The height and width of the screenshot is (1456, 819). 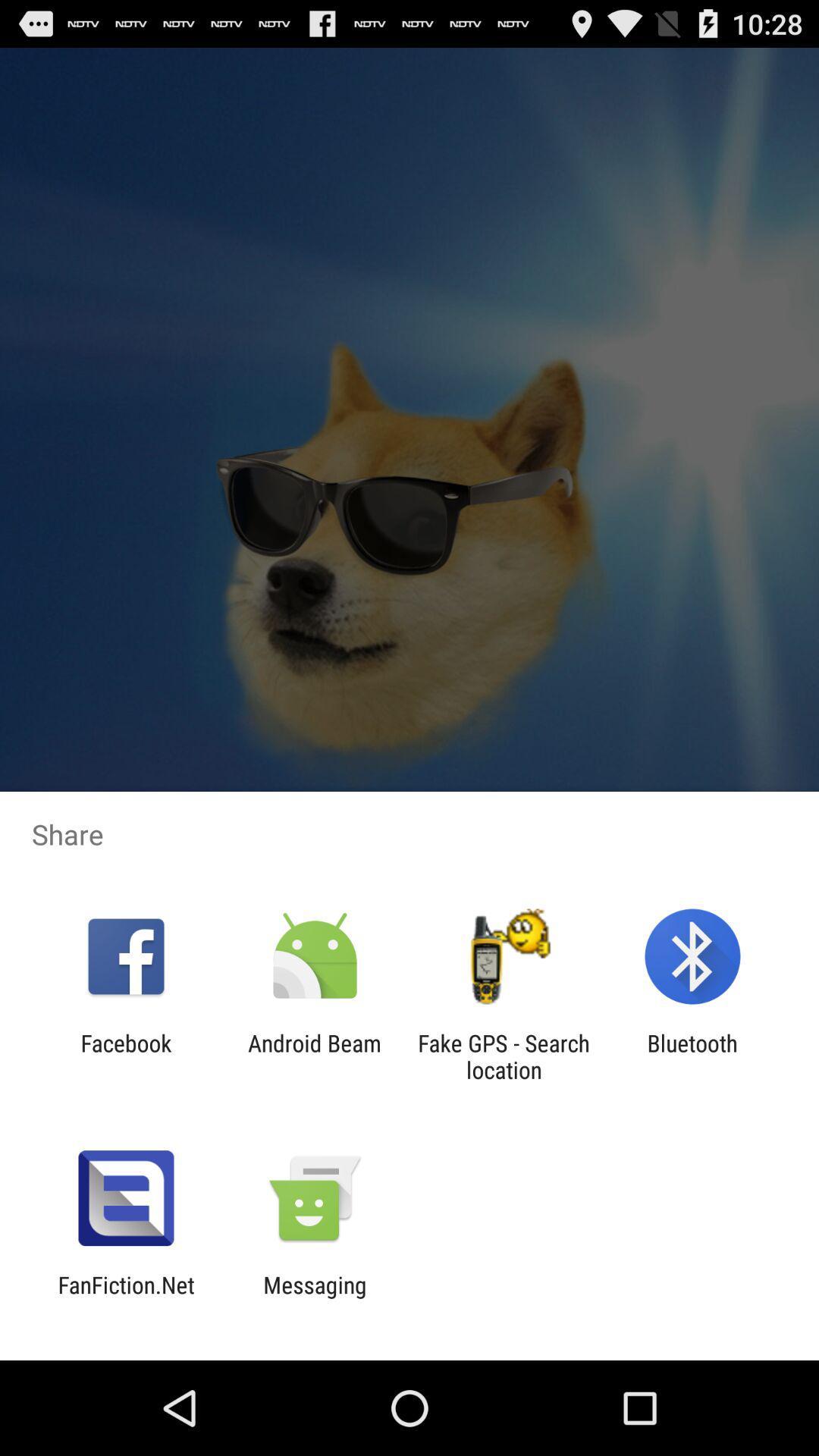 I want to click on the item to the left of fake gps search item, so click(x=314, y=1056).